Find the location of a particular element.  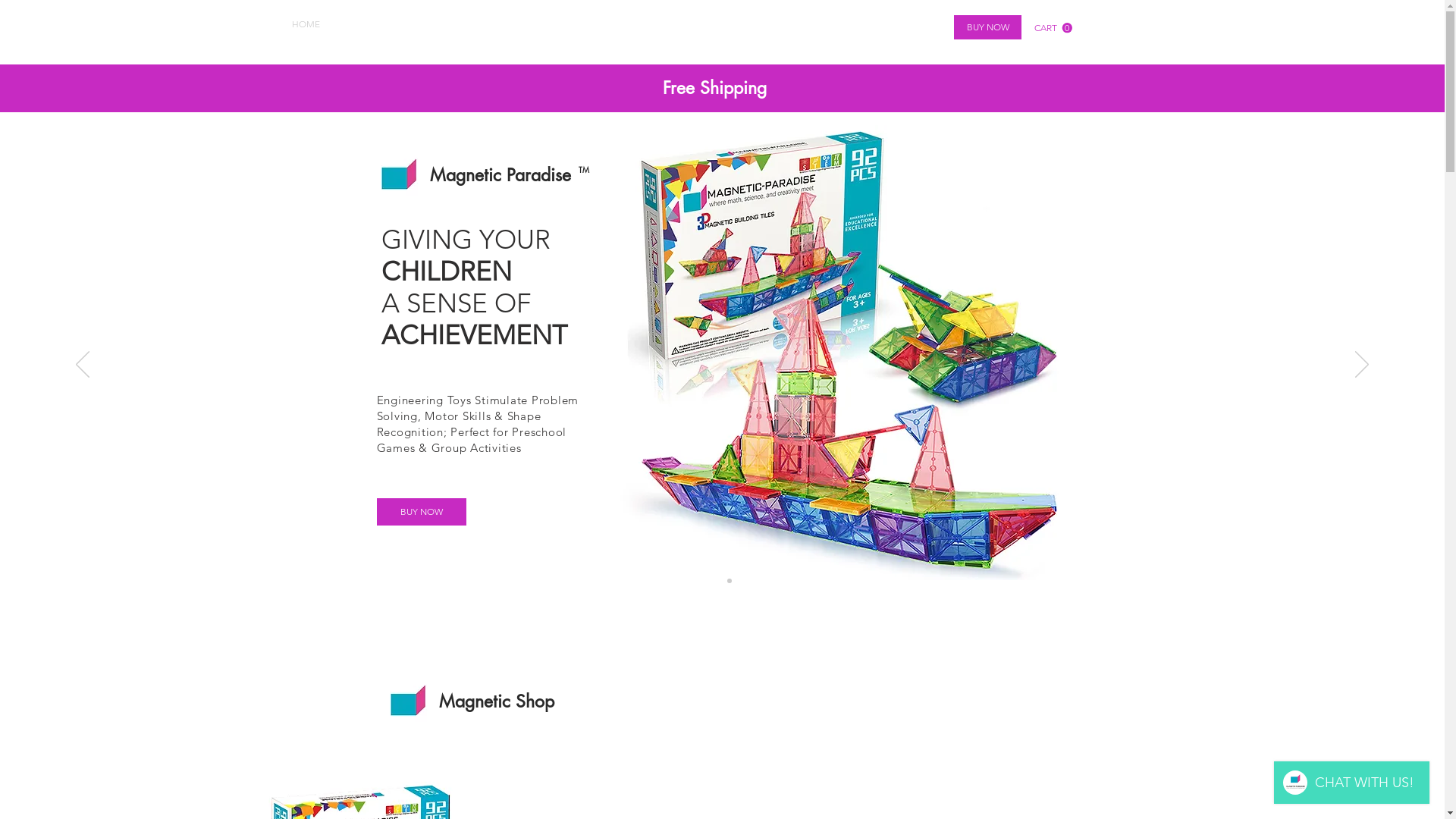

'BUY NOW' is located at coordinates (952, 27).